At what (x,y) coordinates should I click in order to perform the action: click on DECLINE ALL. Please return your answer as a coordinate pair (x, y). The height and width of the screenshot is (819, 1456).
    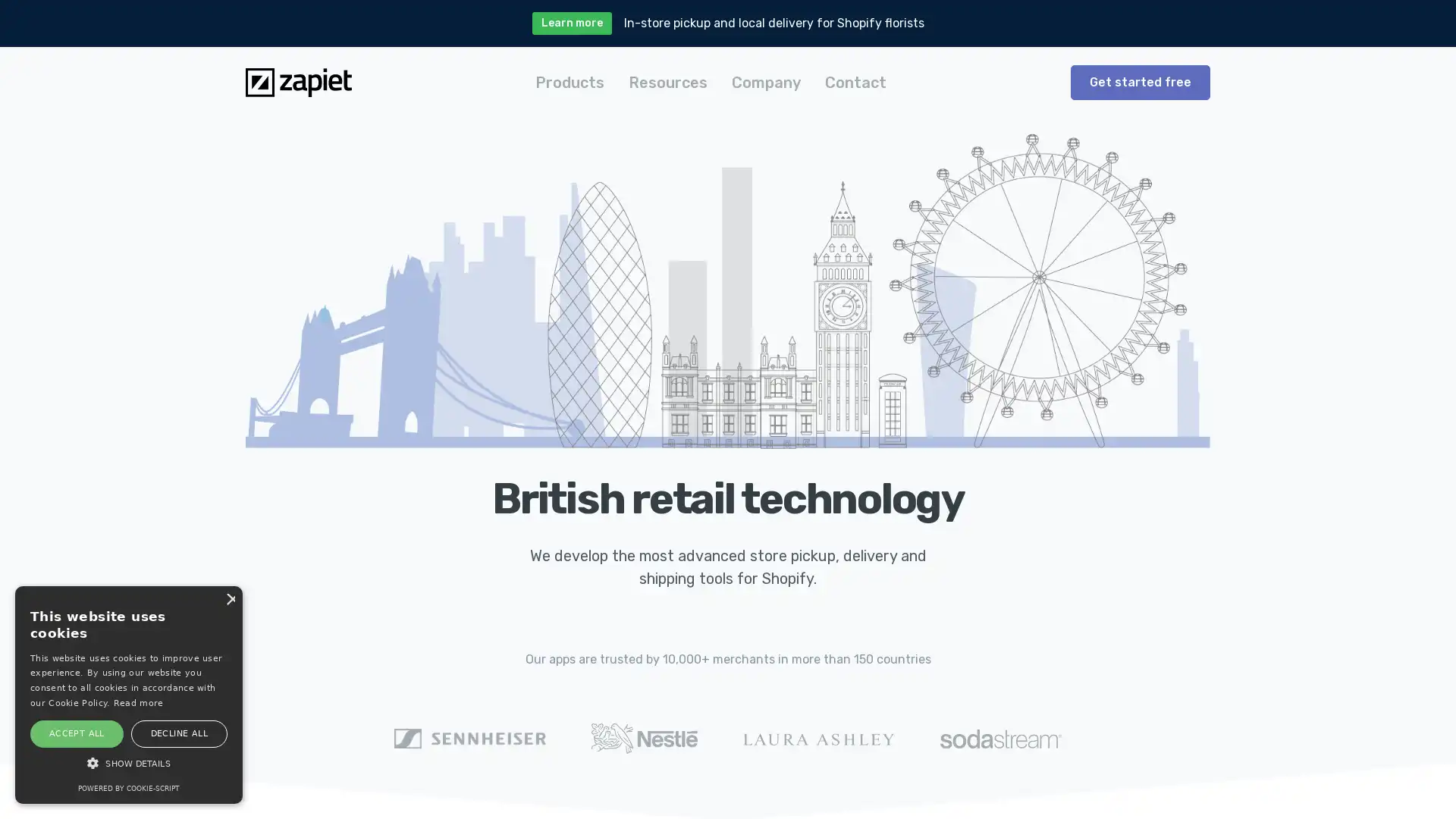
    Looking at the image, I should click on (178, 733).